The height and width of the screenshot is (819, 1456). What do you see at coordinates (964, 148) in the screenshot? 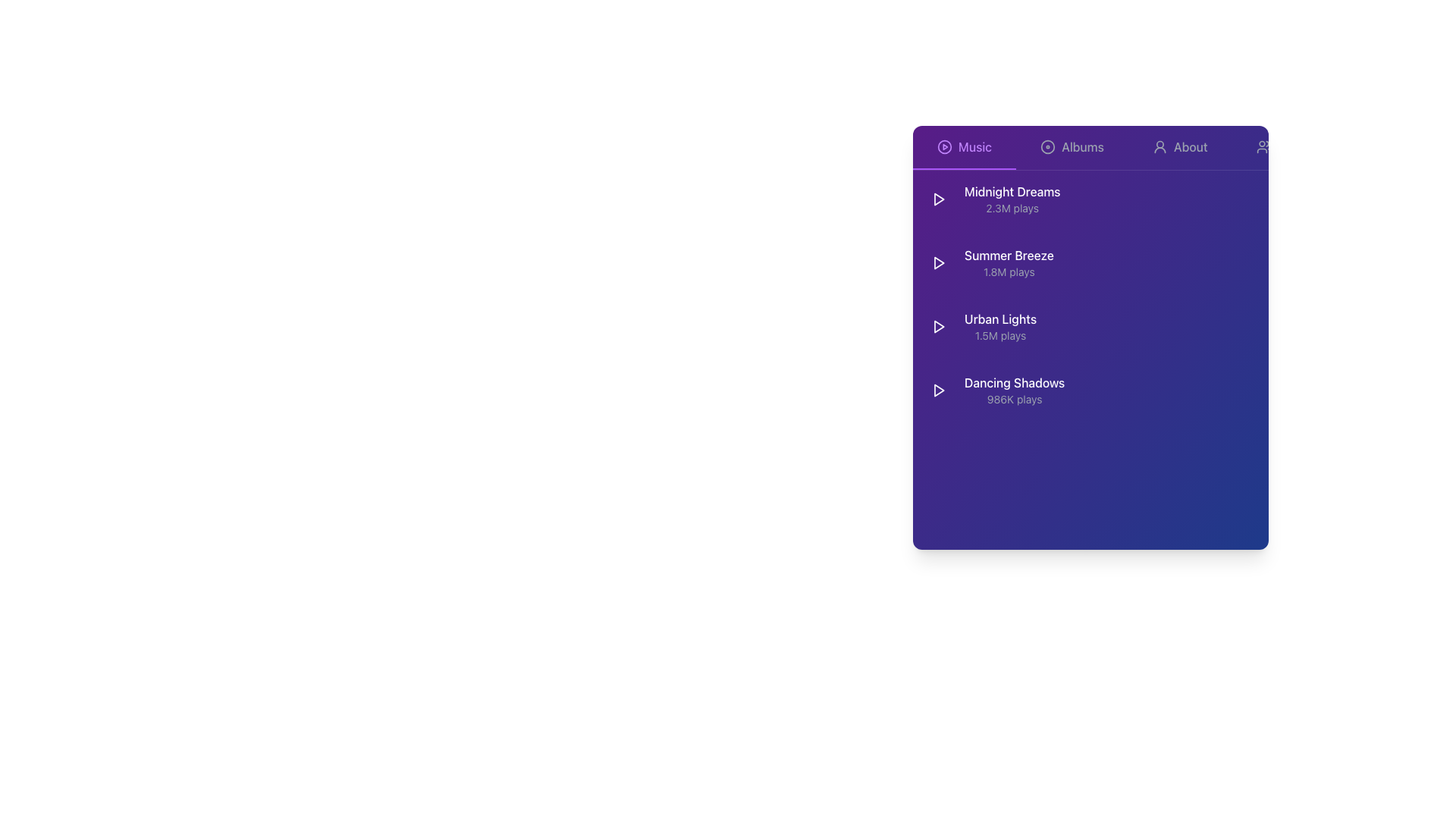
I see `the 'Music' tab button, which is the first tab in the navigation bar, featuring a circular play icon and purple text indicating its active state` at bounding box center [964, 148].